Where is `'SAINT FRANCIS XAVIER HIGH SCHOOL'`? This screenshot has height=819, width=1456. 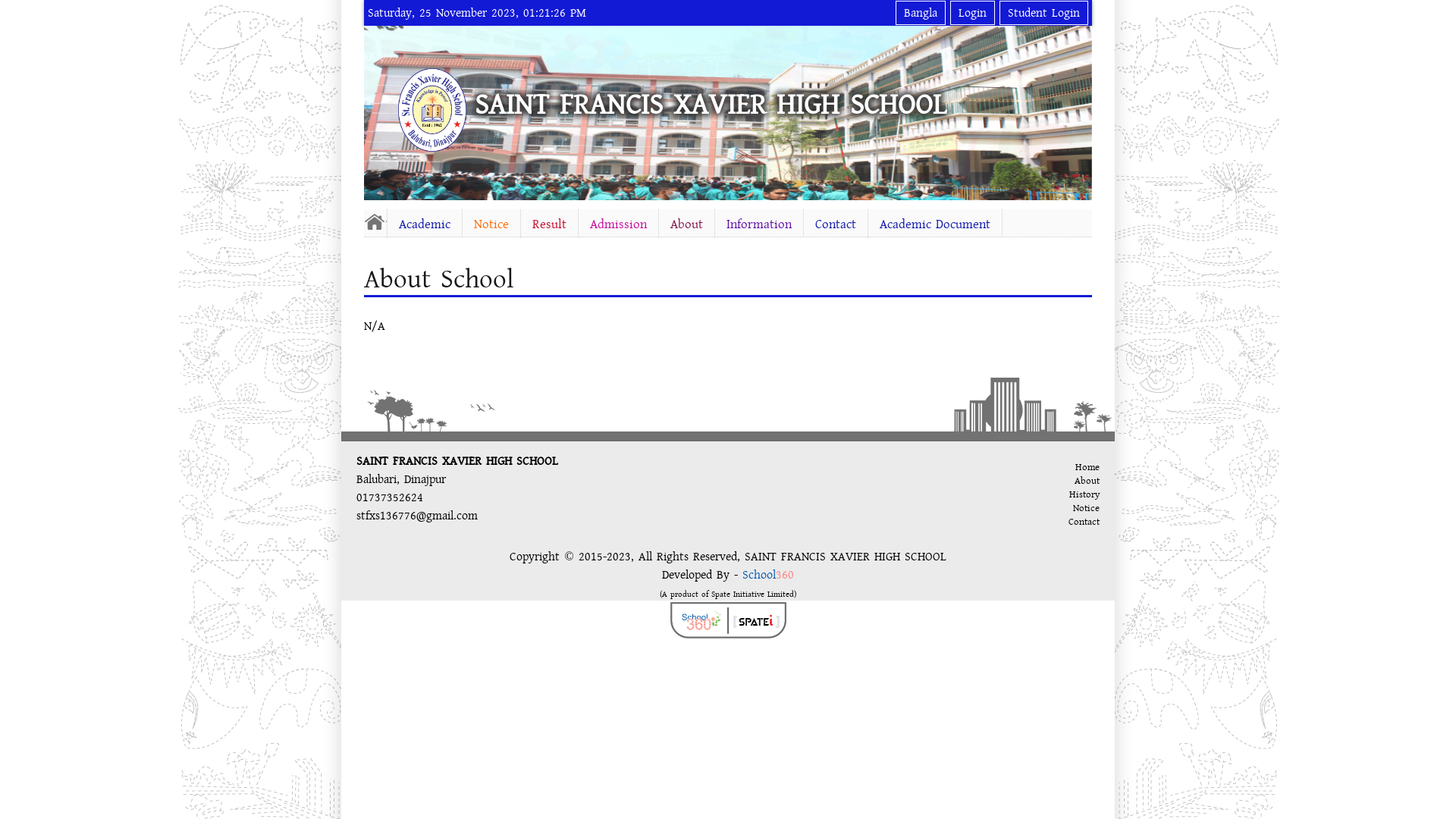 'SAINT FRANCIS XAVIER HIGH SCHOOL' is located at coordinates (709, 104).